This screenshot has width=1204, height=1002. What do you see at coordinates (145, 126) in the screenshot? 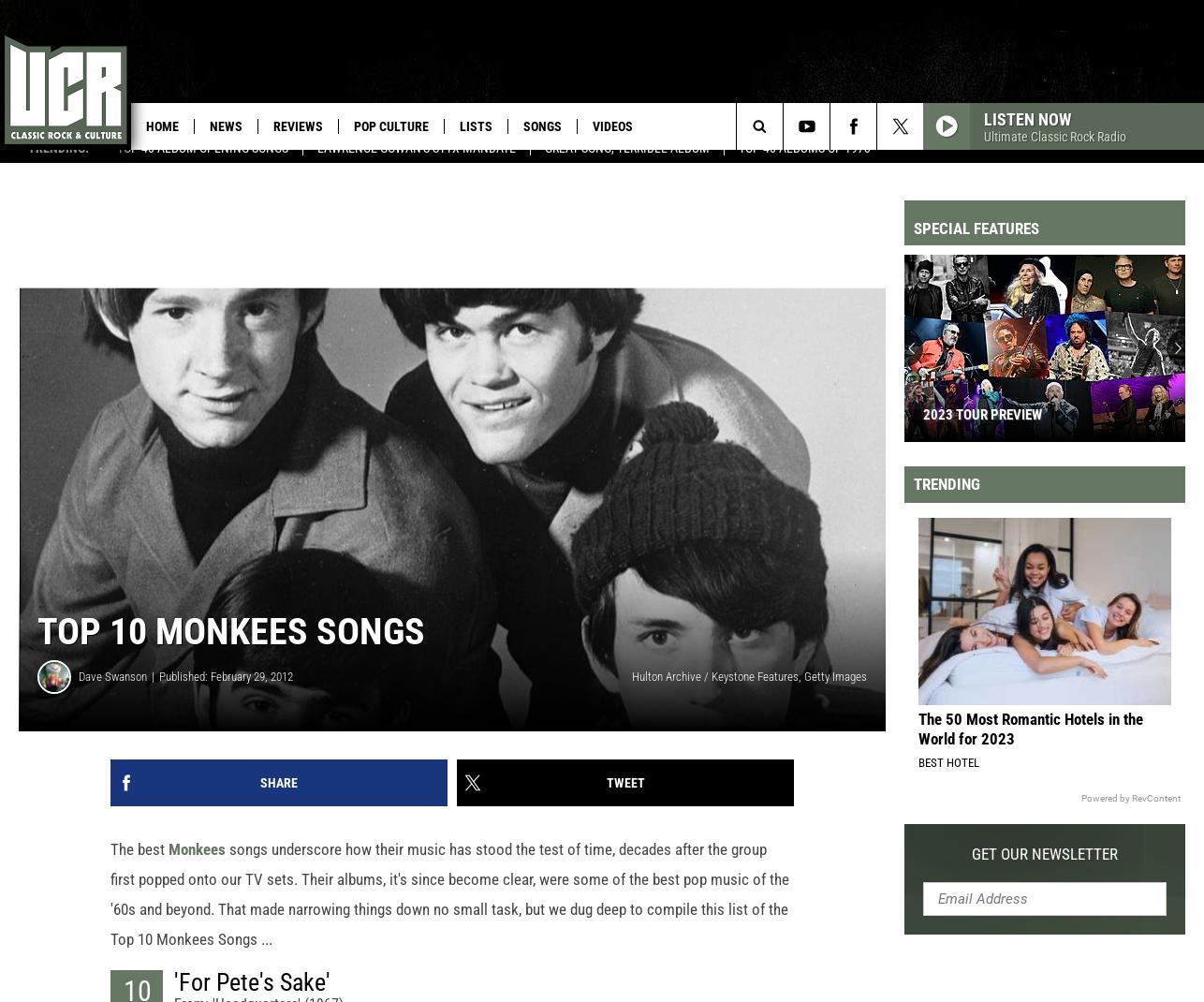
I see `'Home'` at bounding box center [145, 126].